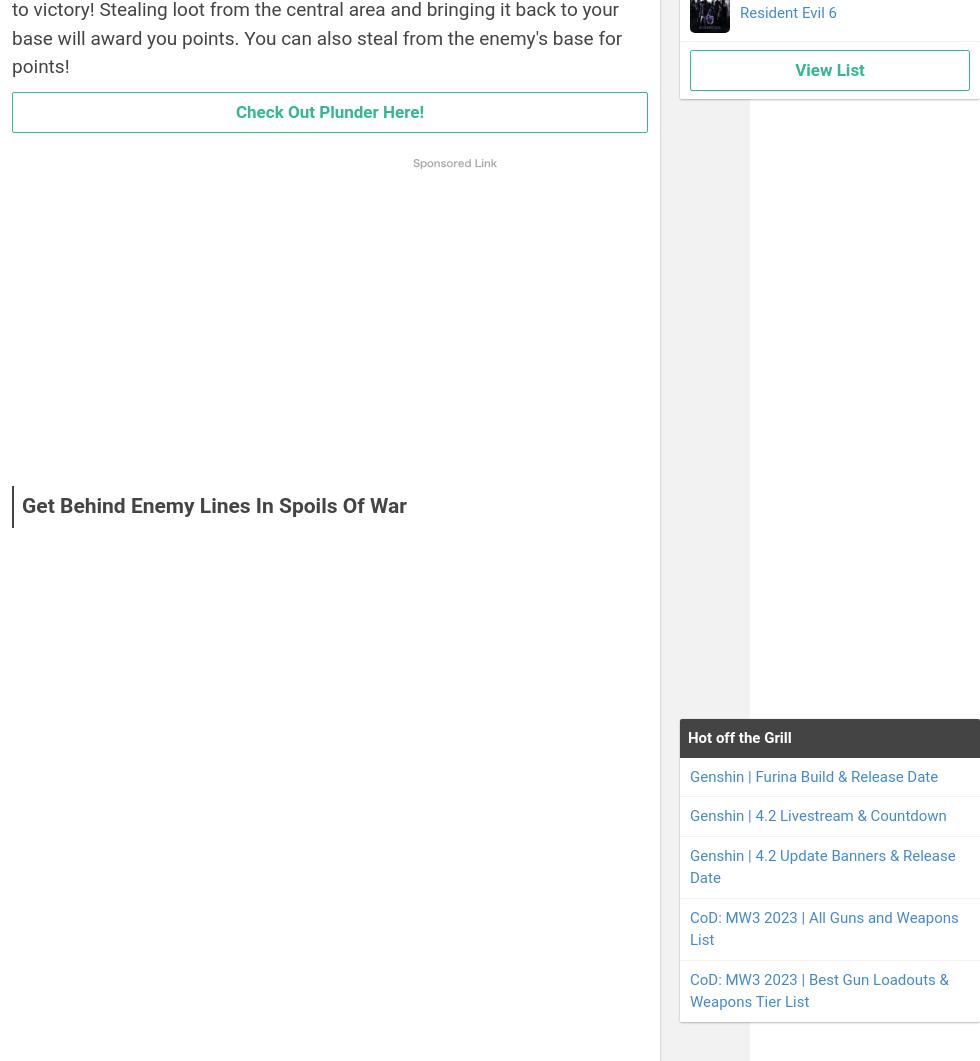 This screenshot has height=1061, width=980. Describe the element at coordinates (818, 989) in the screenshot. I see `'CoD: MW3 2023 | Best Gun Loadouts & Weapons Tier List'` at that location.